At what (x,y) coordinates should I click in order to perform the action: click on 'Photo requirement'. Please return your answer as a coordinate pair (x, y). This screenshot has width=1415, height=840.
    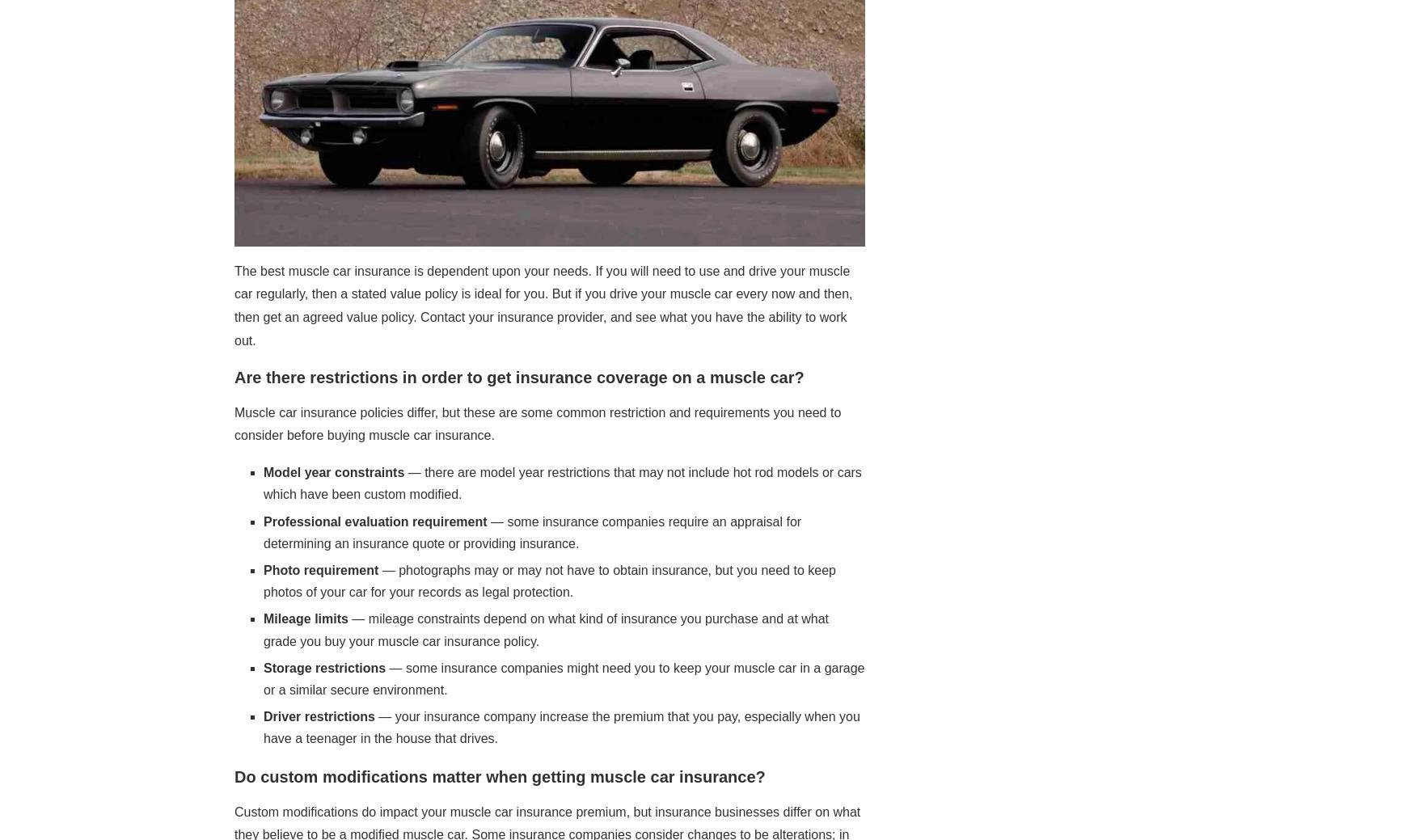
    Looking at the image, I should click on (264, 569).